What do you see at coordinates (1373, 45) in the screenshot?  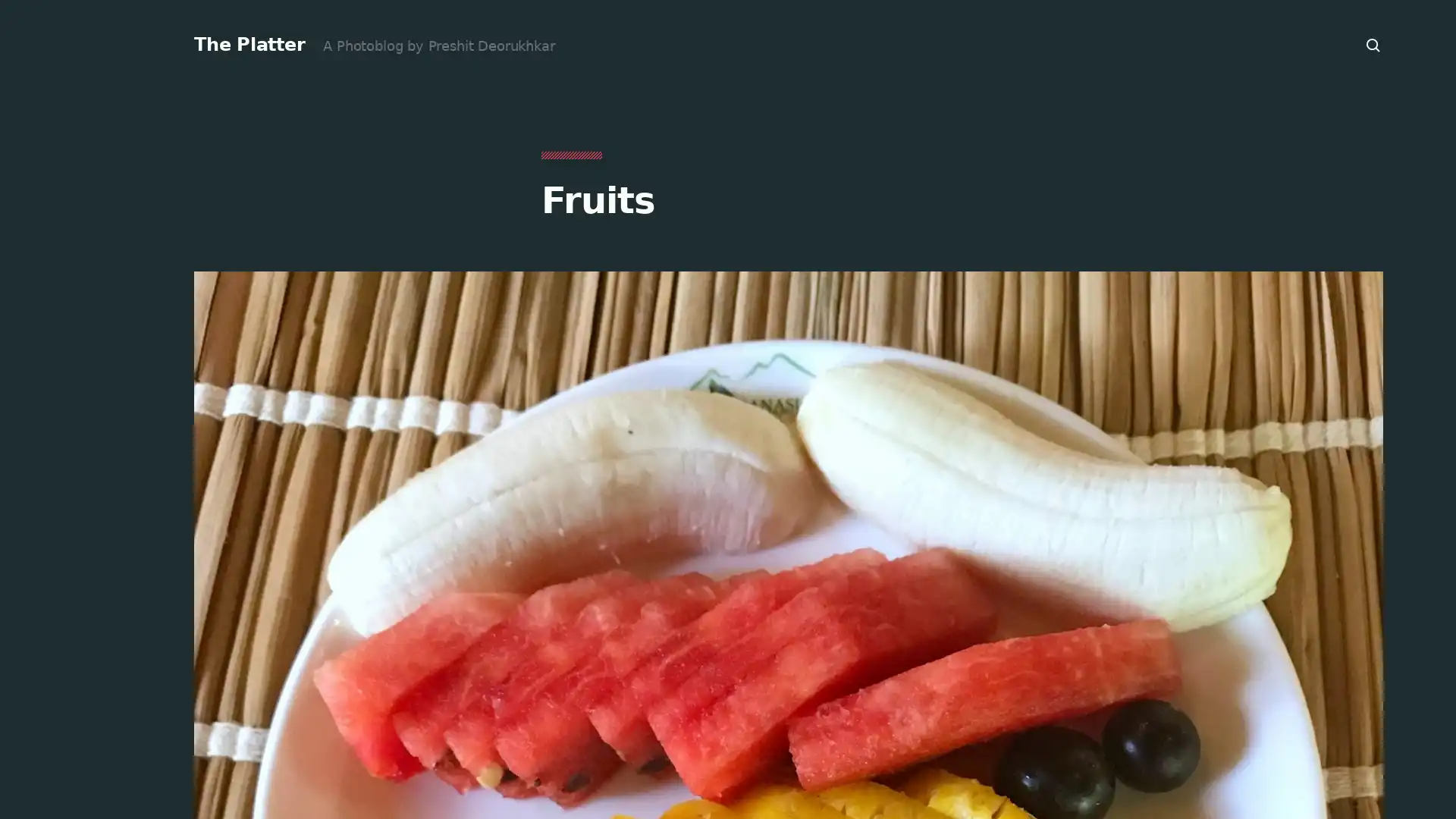 I see `Search` at bounding box center [1373, 45].